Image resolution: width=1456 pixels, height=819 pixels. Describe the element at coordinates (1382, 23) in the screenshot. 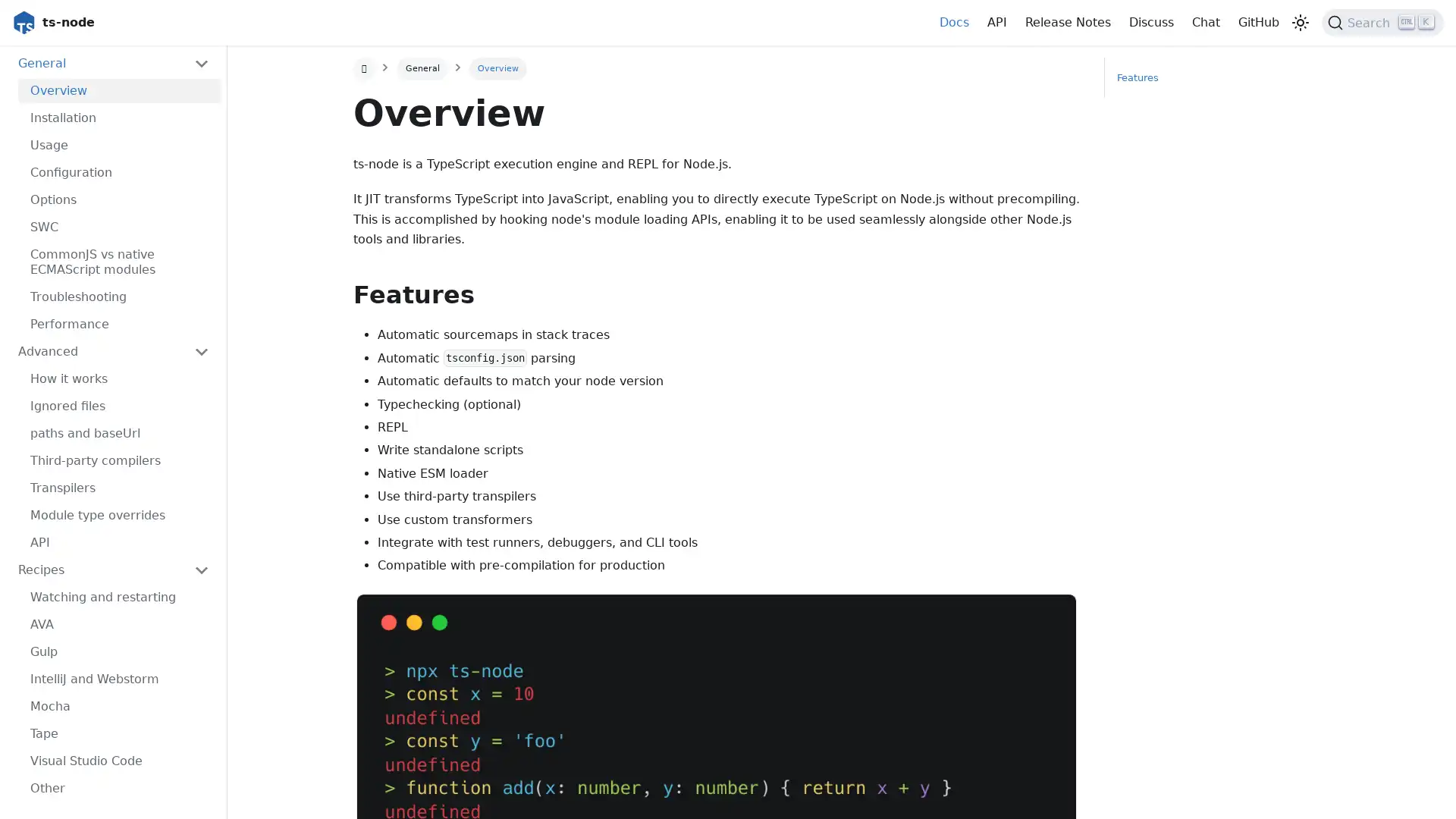

I see `Search` at that location.